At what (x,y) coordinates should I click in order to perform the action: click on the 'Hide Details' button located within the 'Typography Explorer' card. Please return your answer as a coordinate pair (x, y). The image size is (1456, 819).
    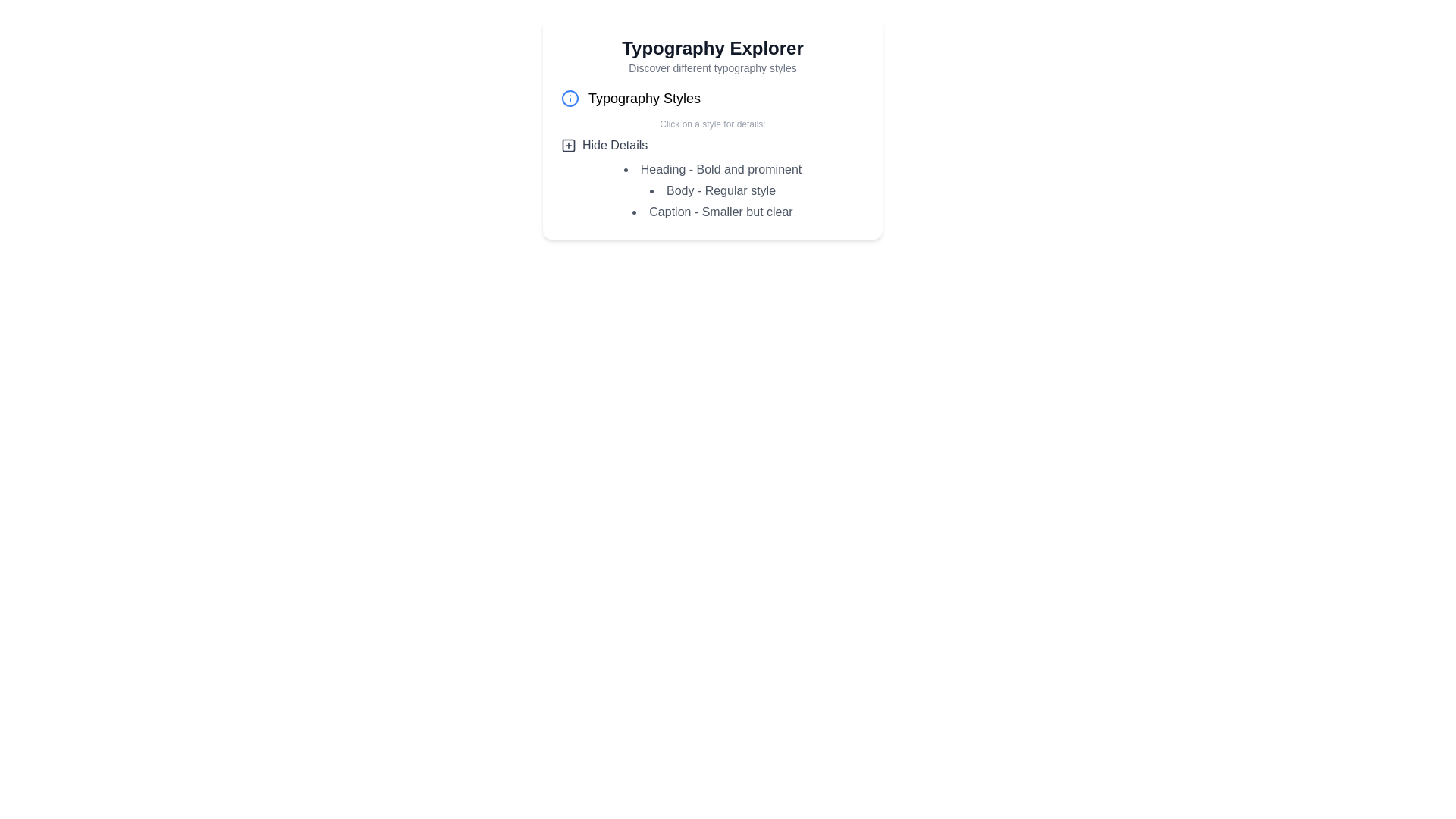
    Looking at the image, I should click on (604, 146).